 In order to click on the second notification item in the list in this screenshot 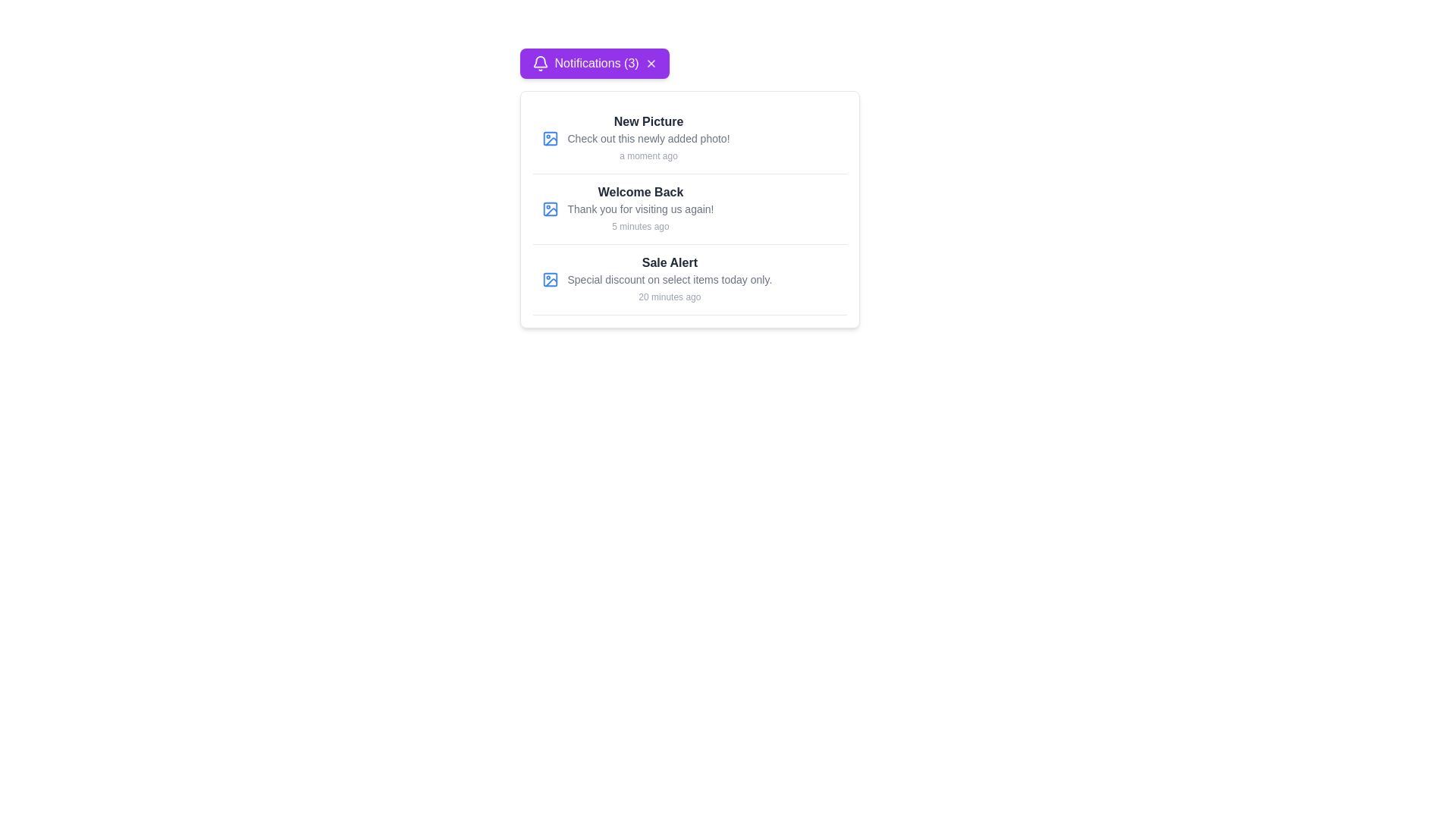, I will do `click(689, 209)`.